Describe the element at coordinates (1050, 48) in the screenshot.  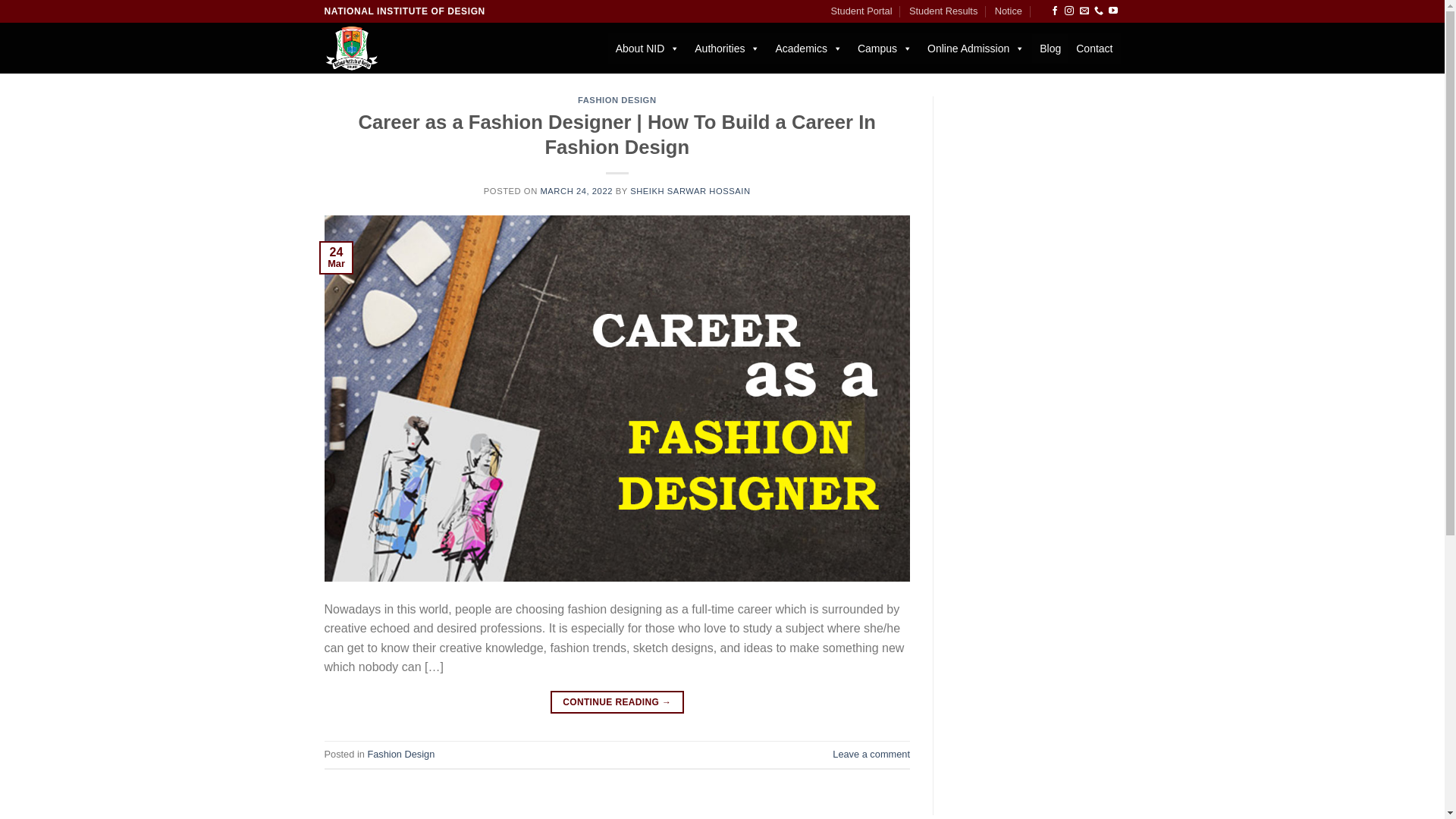
I see `'Blog'` at that location.